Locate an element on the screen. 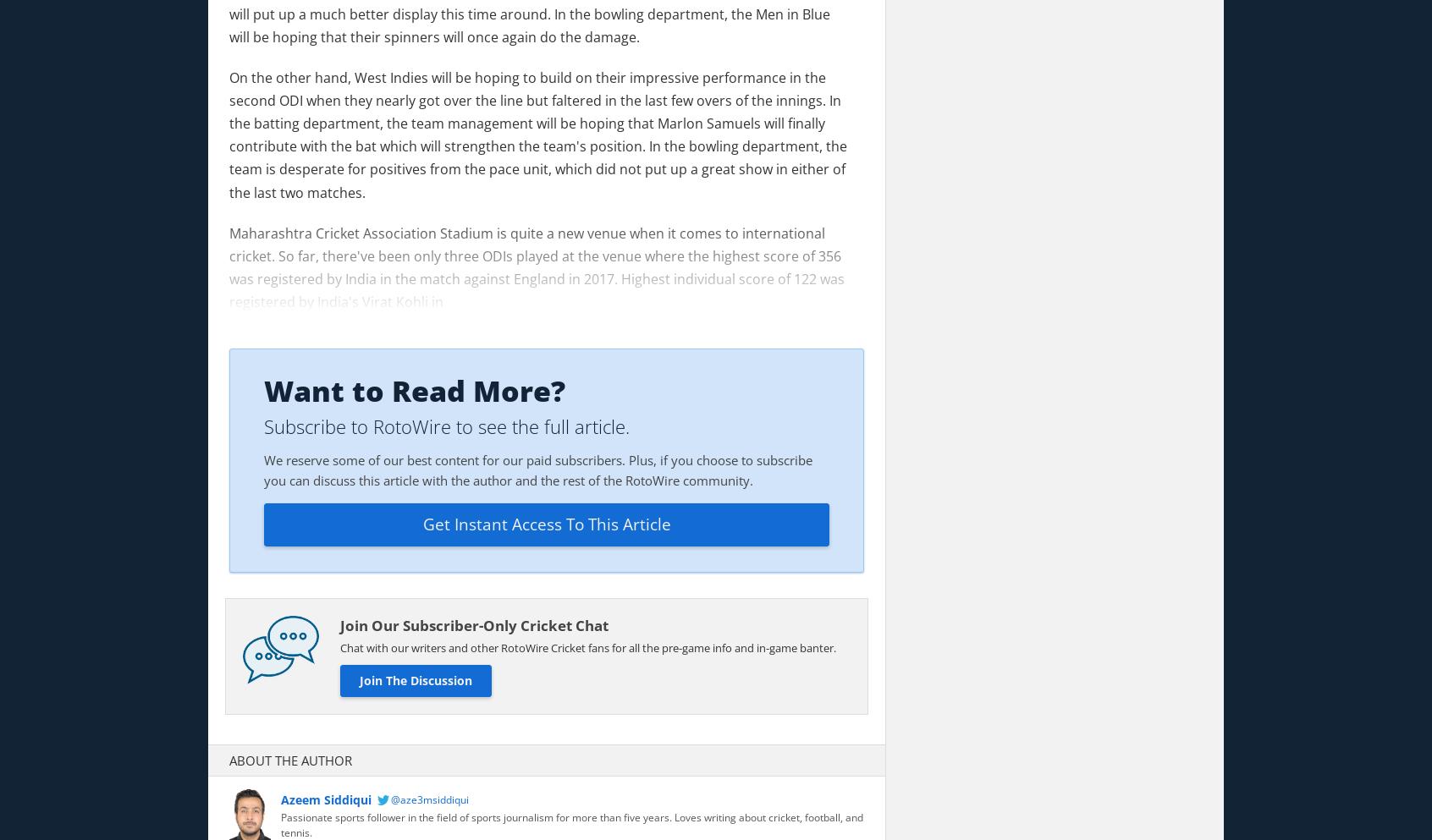 The width and height of the screenshot is (1432, 840). 'On the other hand, West Indies will be hoping to build on their impressive performance in the second ODI when they nearly got over the line but faltered in the last few overs of the innings. In the batting department, the team management will be hoping that Marlon Samuels will finally contribute with the bat which will strengthen the team's position. In the bowling department, the team is desperate for positives from the pace unit, which did not put up a great show in either of the last two matches.' is located at coordinates (538, 133).